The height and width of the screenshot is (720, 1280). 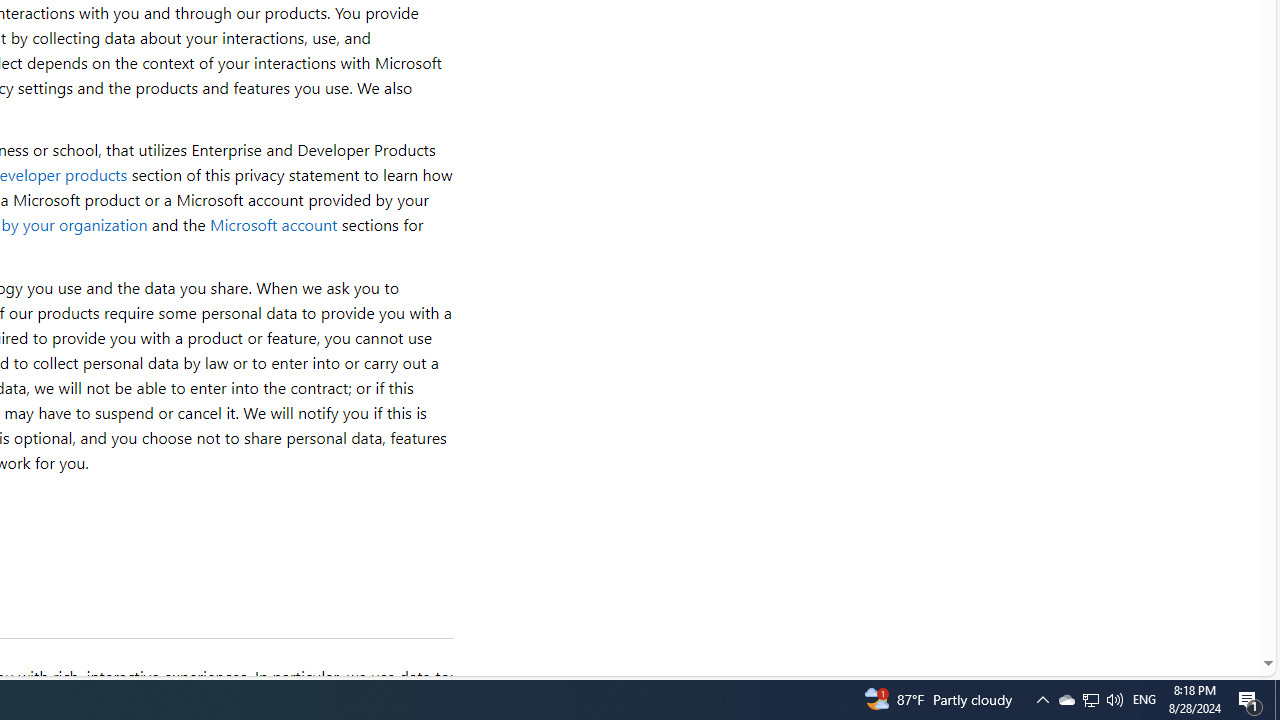 What do you see at coordinates (272, 225) in the screenshot?
I see `'Microsoft account'` at bounding box center [272, 225].